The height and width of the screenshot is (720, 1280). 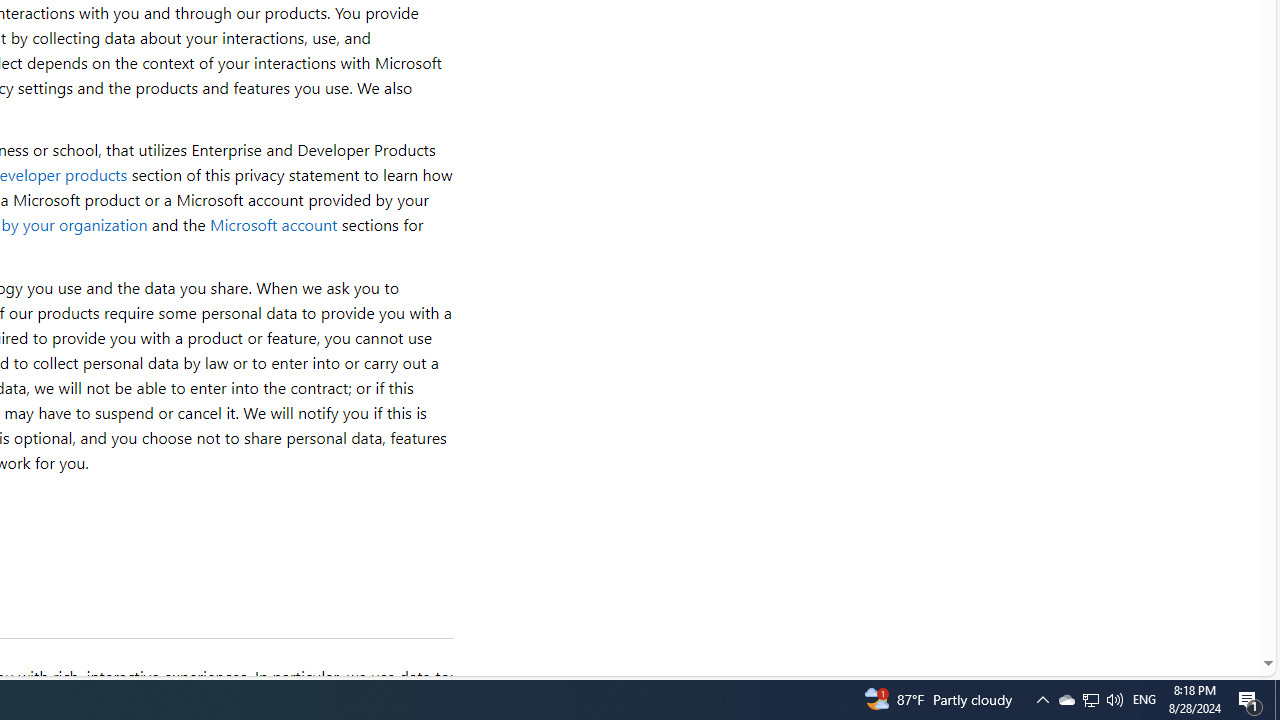 What do you see at coordinates (272, 225) in the screenshot?
I see `'Microsoft account'` at bounding box center [272, 225].